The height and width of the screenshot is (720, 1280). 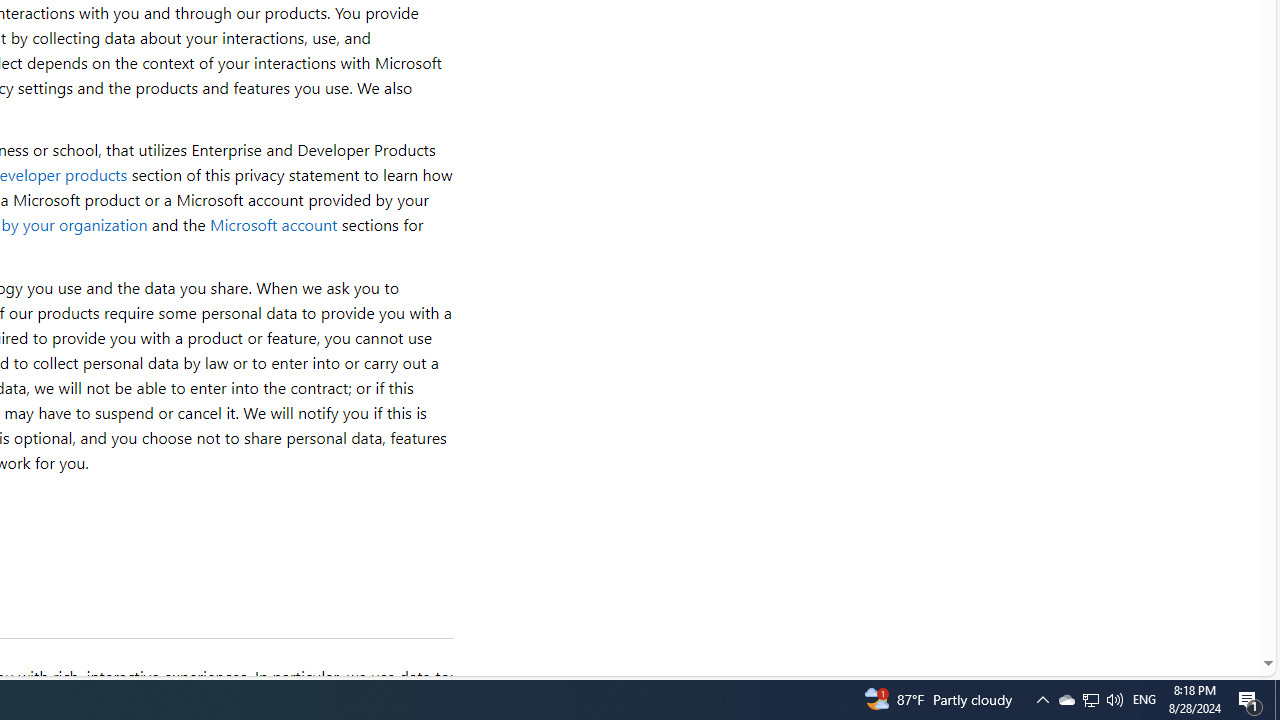 What do you see at coordinates (272, 225) in the screenshot?
I see `'Microsoft account'` at bounding box center [272, 225].